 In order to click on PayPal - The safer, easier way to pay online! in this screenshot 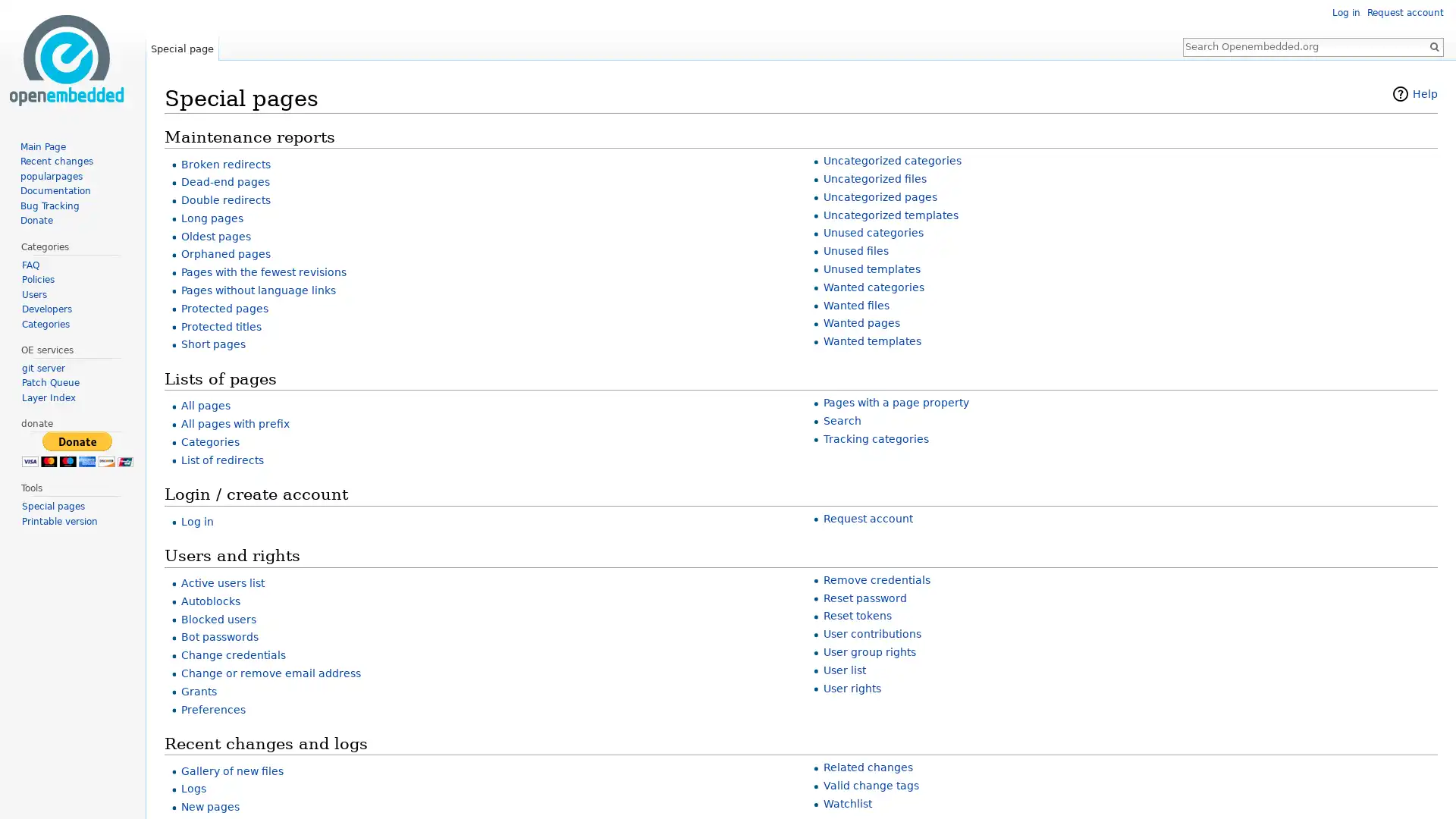, I will do `click(76, 448)`.